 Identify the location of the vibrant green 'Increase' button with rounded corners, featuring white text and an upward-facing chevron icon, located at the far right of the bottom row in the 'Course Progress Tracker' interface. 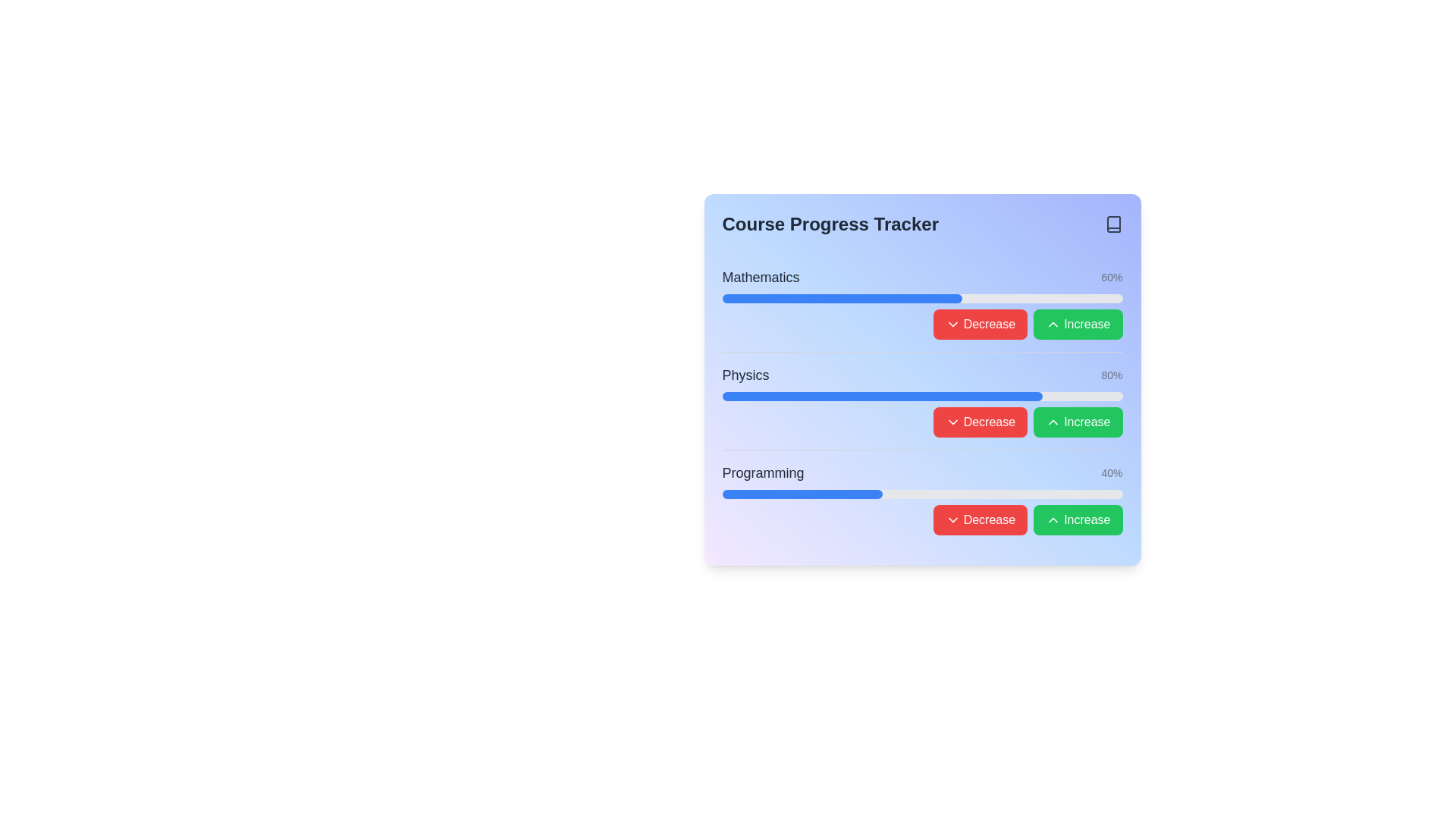
(1077, 519).